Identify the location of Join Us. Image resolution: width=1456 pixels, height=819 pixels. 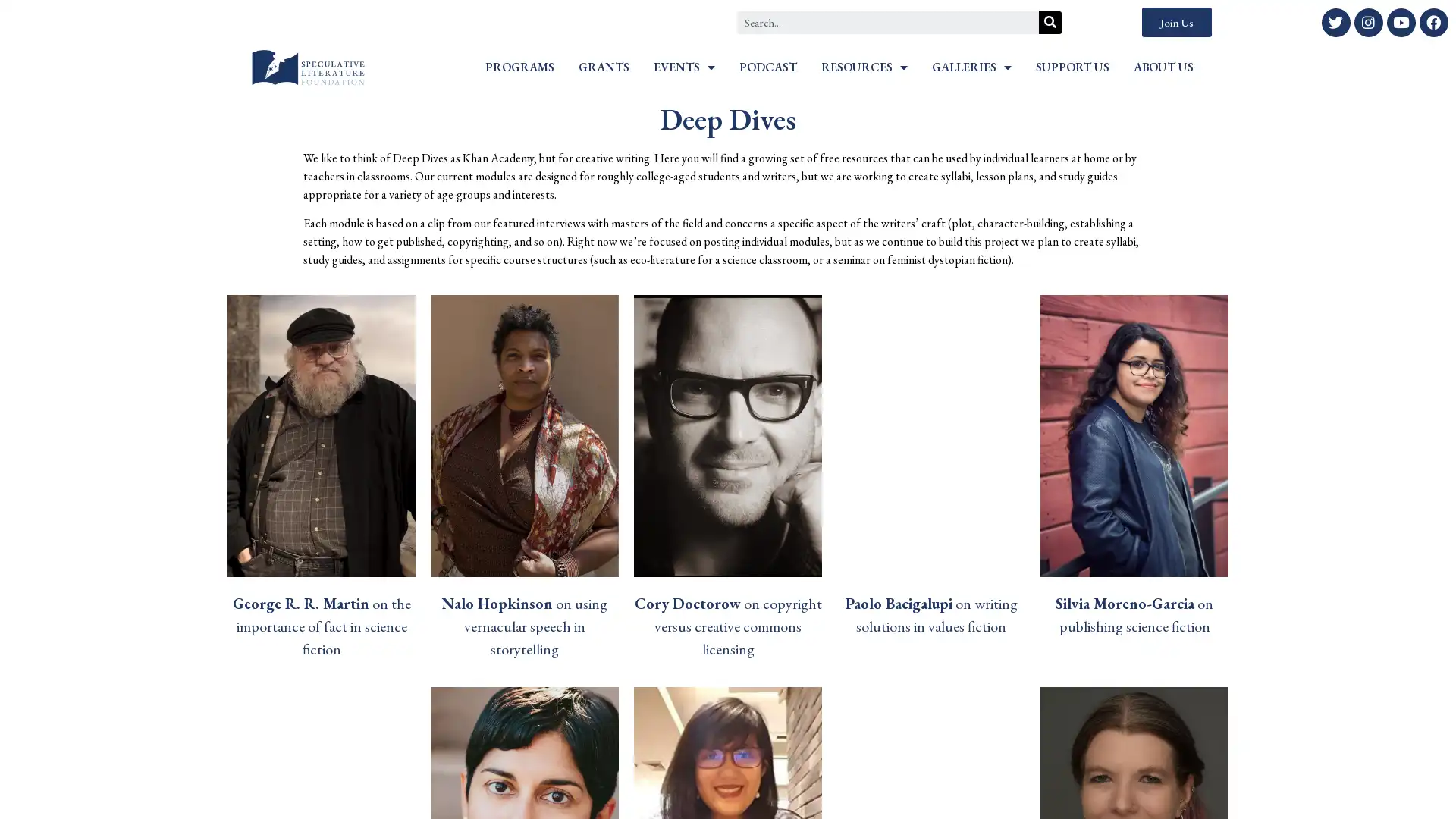
(1175, 22).